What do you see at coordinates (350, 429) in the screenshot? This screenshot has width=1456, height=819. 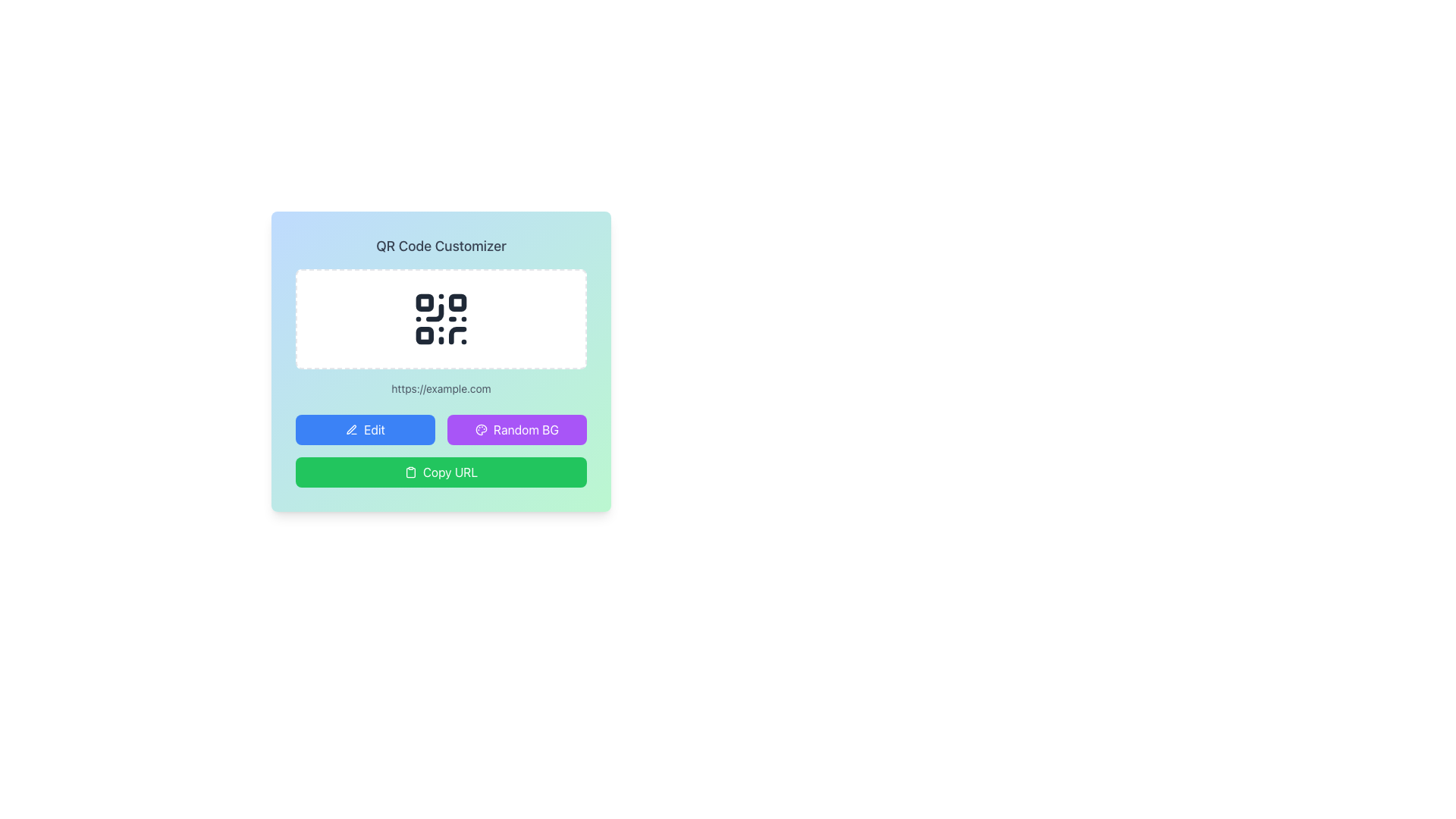 I see `the Edit icon (SVG graphic) which is part of an interactive button or link, located to the left of the label 'Edit'` at bounding box center [350, 429].